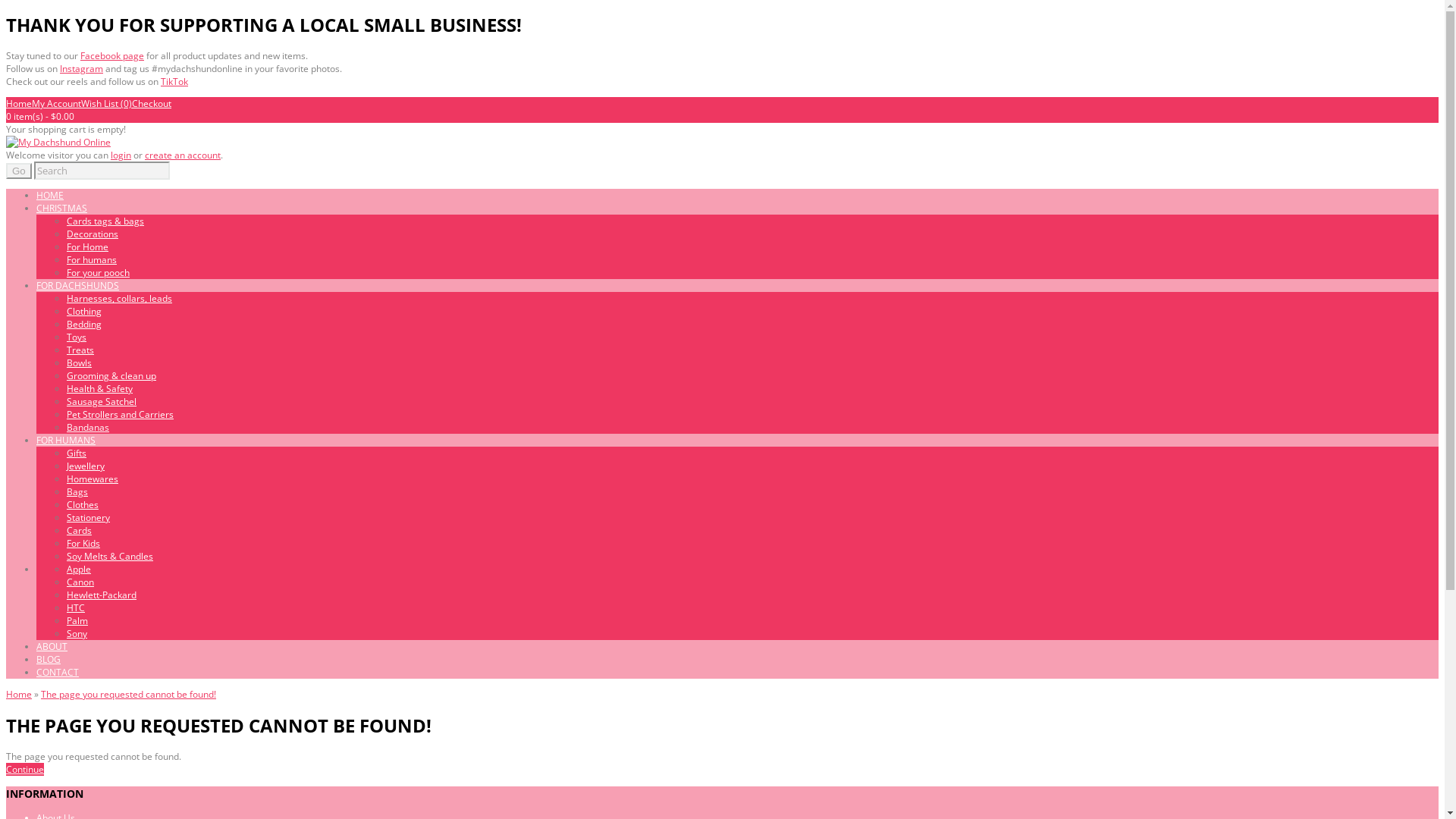  Describe the element at coordinates (118, 298) in the screenshot. I see `'Harnesses, collars, leads'` at that location.